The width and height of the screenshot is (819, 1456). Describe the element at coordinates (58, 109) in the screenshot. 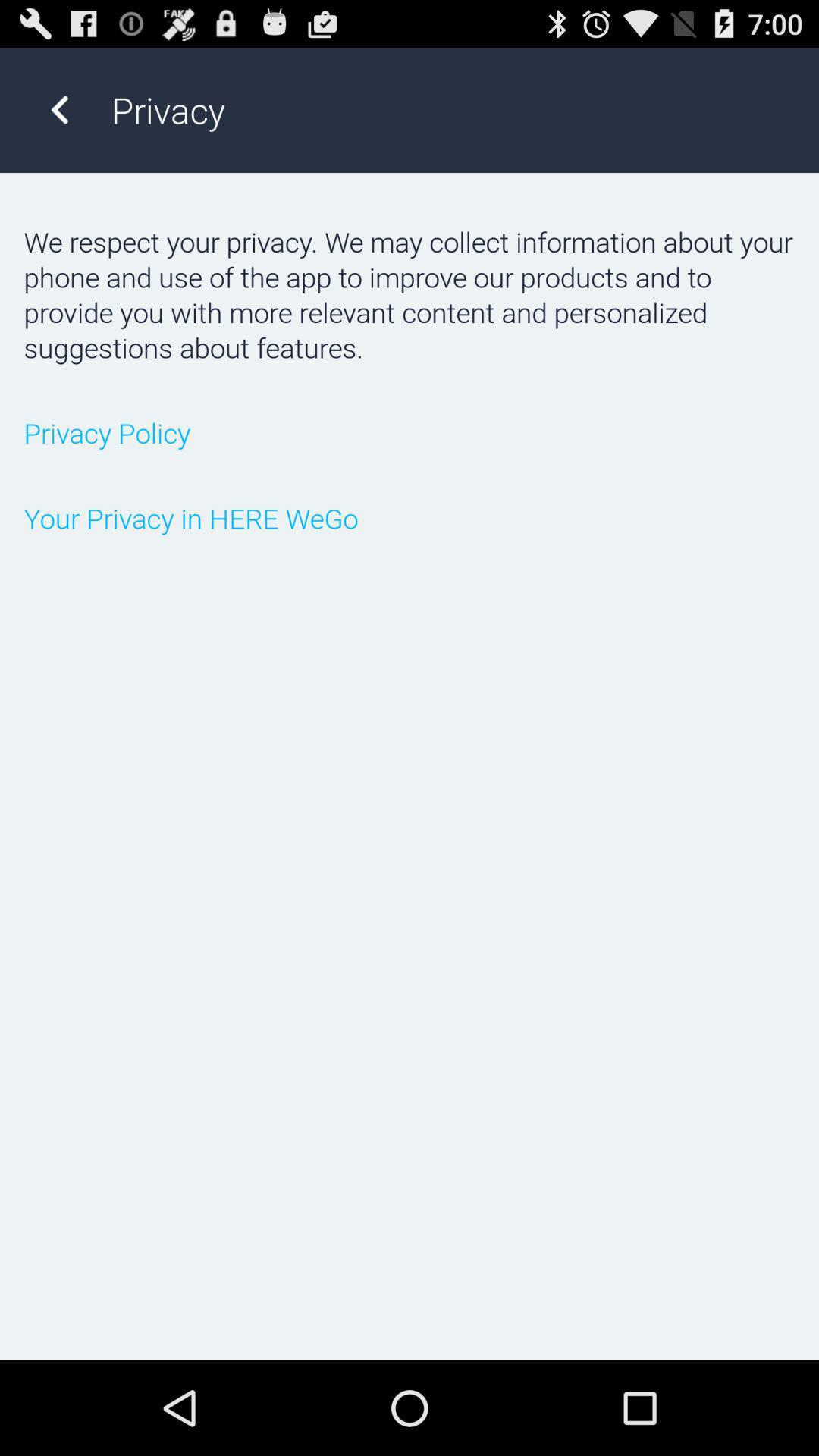

I see `the icon next to privacy` at that location.